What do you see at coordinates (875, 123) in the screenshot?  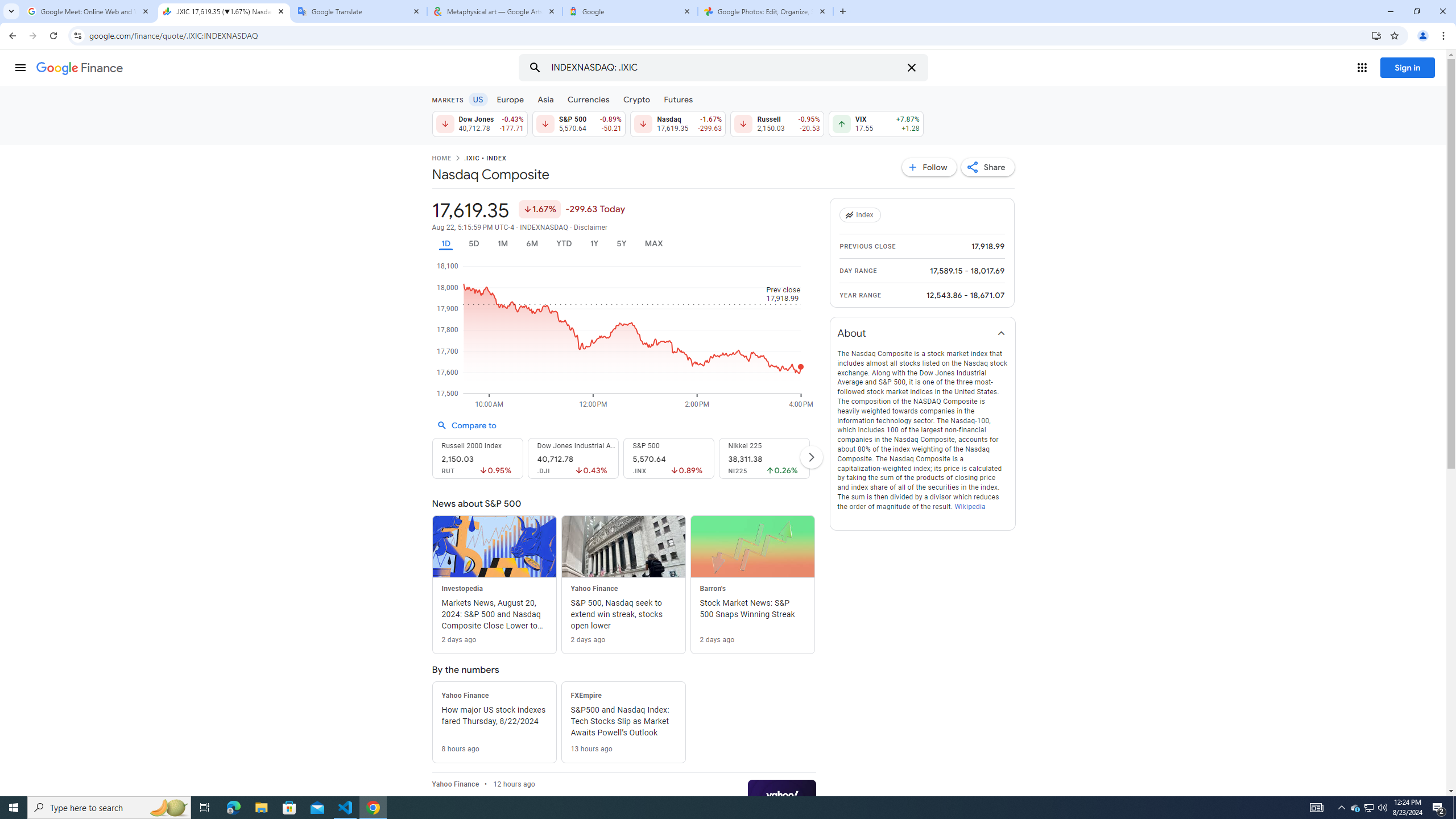 I see `'VIX 17.55 Up by 7.87% +1.28'` at bounding box center [875, 123].